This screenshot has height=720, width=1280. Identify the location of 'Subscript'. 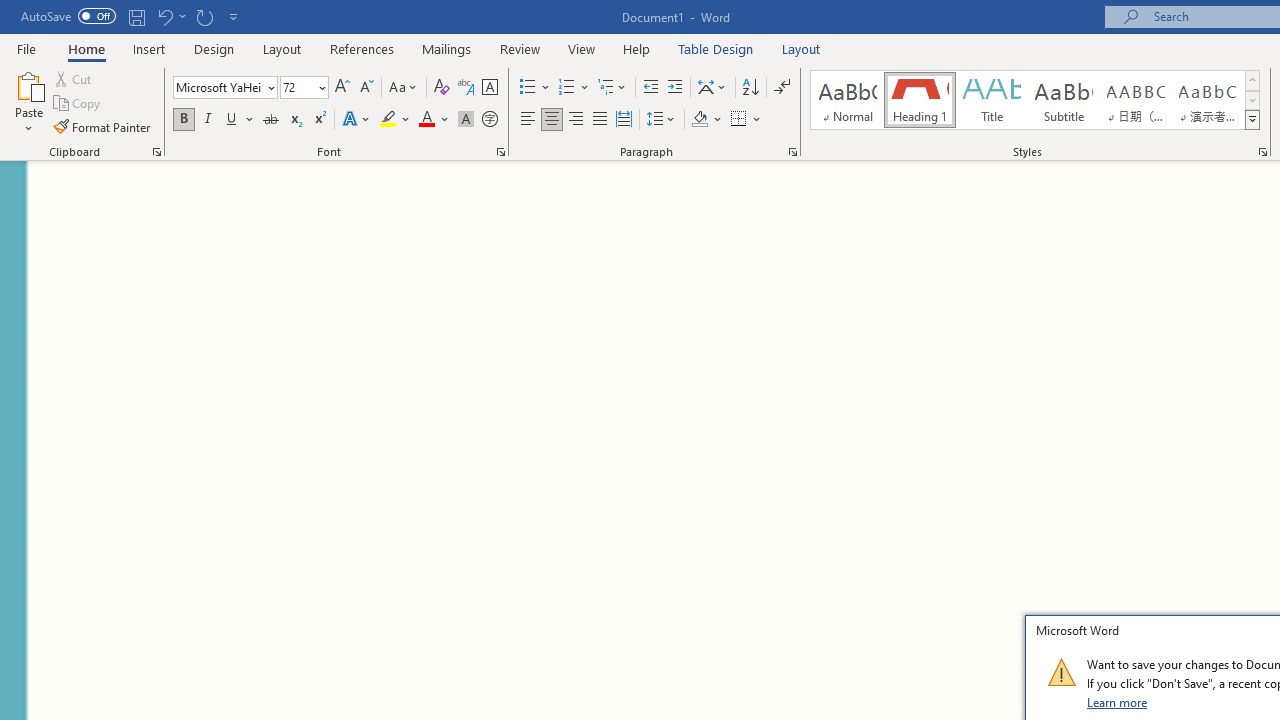
(294, 119).